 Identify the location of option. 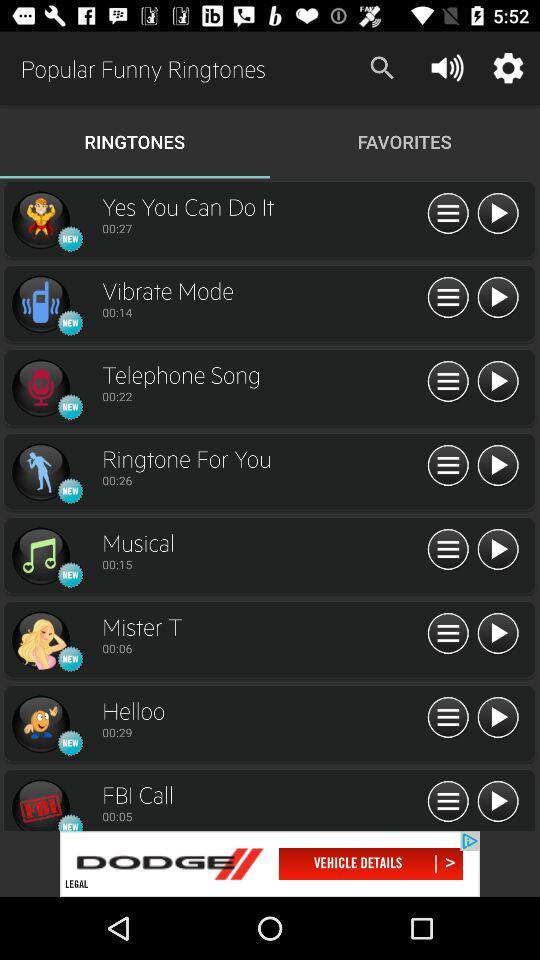
(496, 633).